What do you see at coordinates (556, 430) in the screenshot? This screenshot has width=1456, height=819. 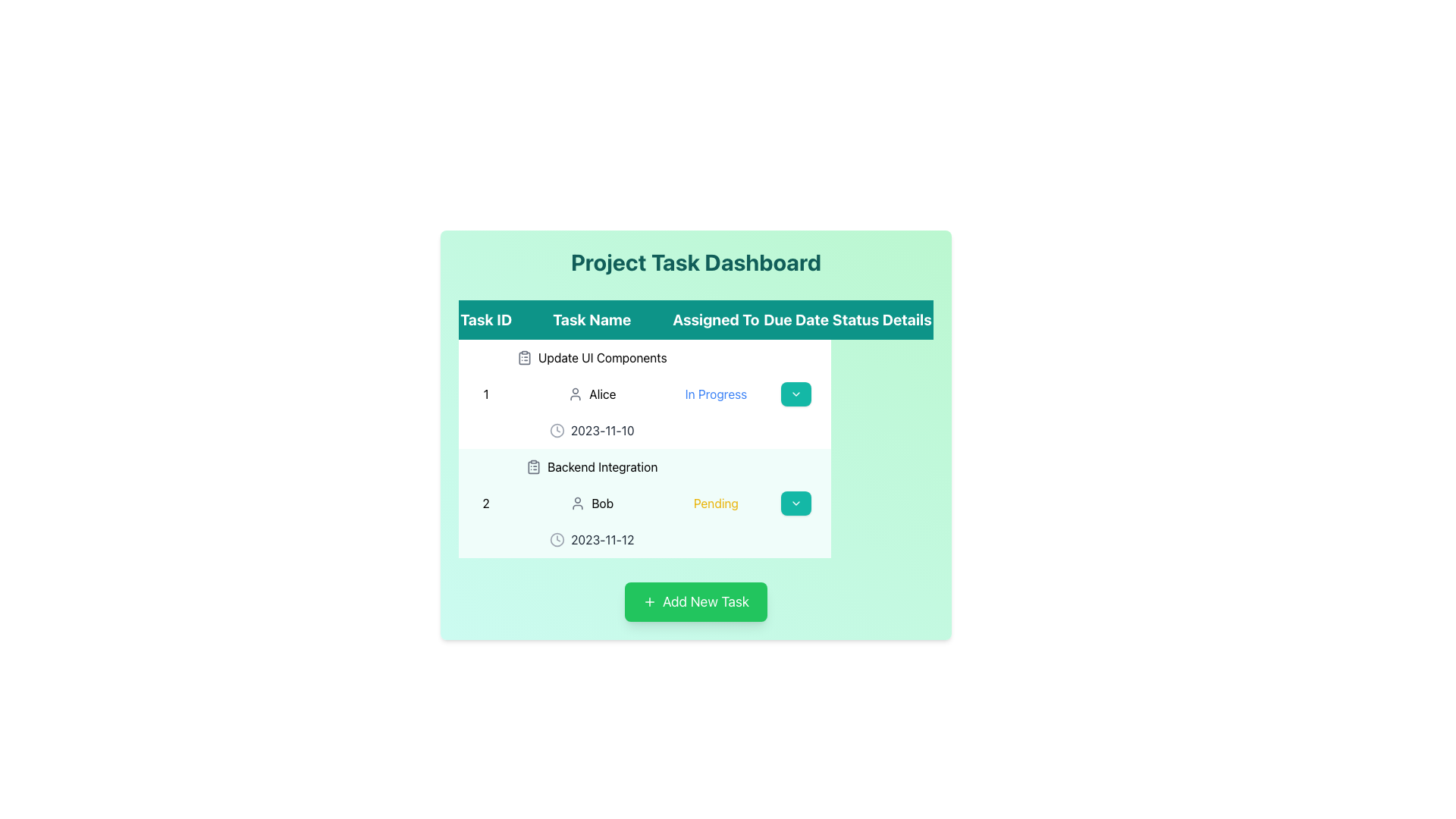 I see `the circular clock icon, which is outlined and located to the left of the '2023-11-10' text in the task details table associated with 'Update UI Components'` at bounding box center [556, 430].